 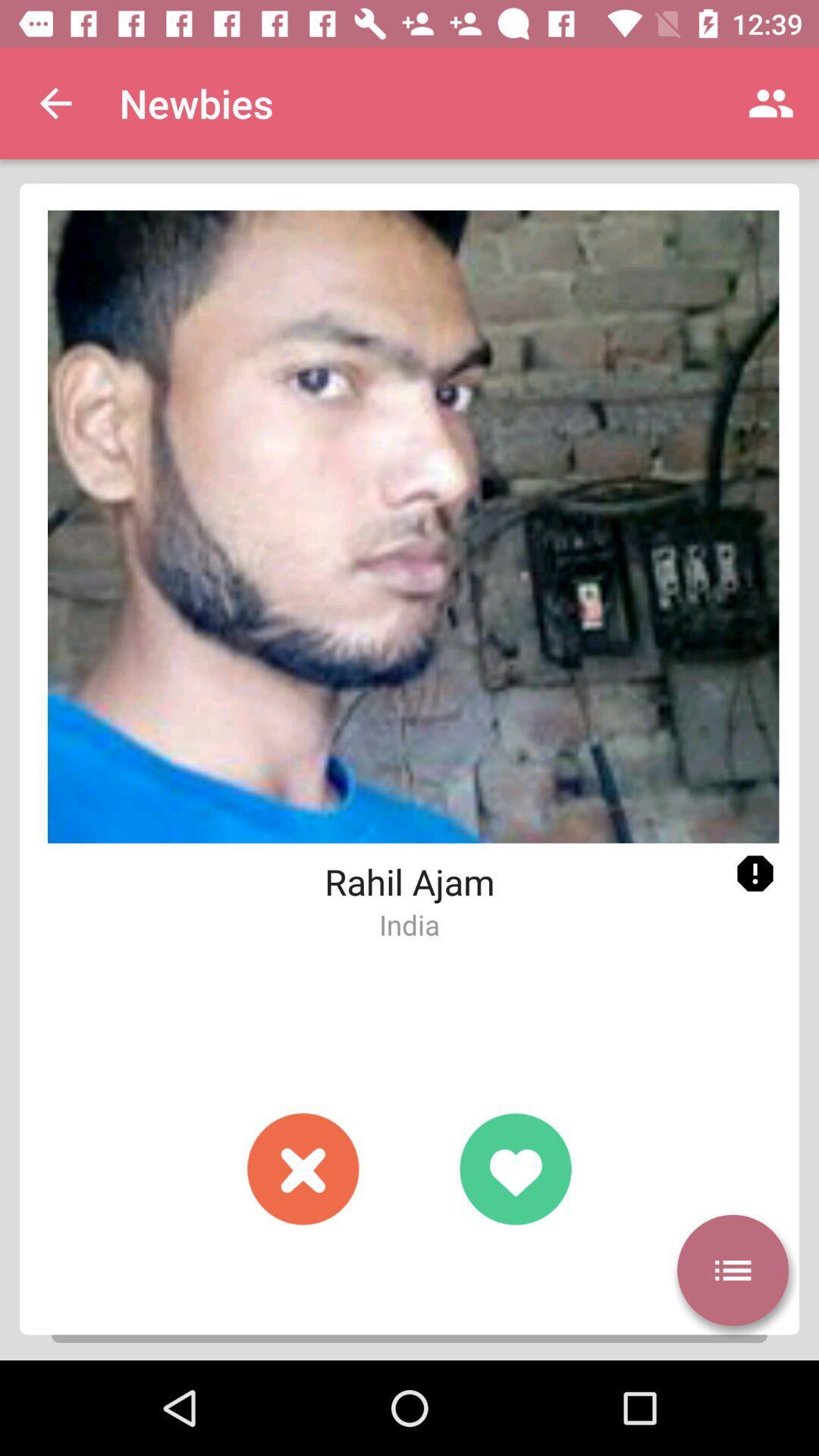 What do you see at coordinates (303, 1168) in the screenshot?
I see `decline profile` at bounding box center [303, 1168].